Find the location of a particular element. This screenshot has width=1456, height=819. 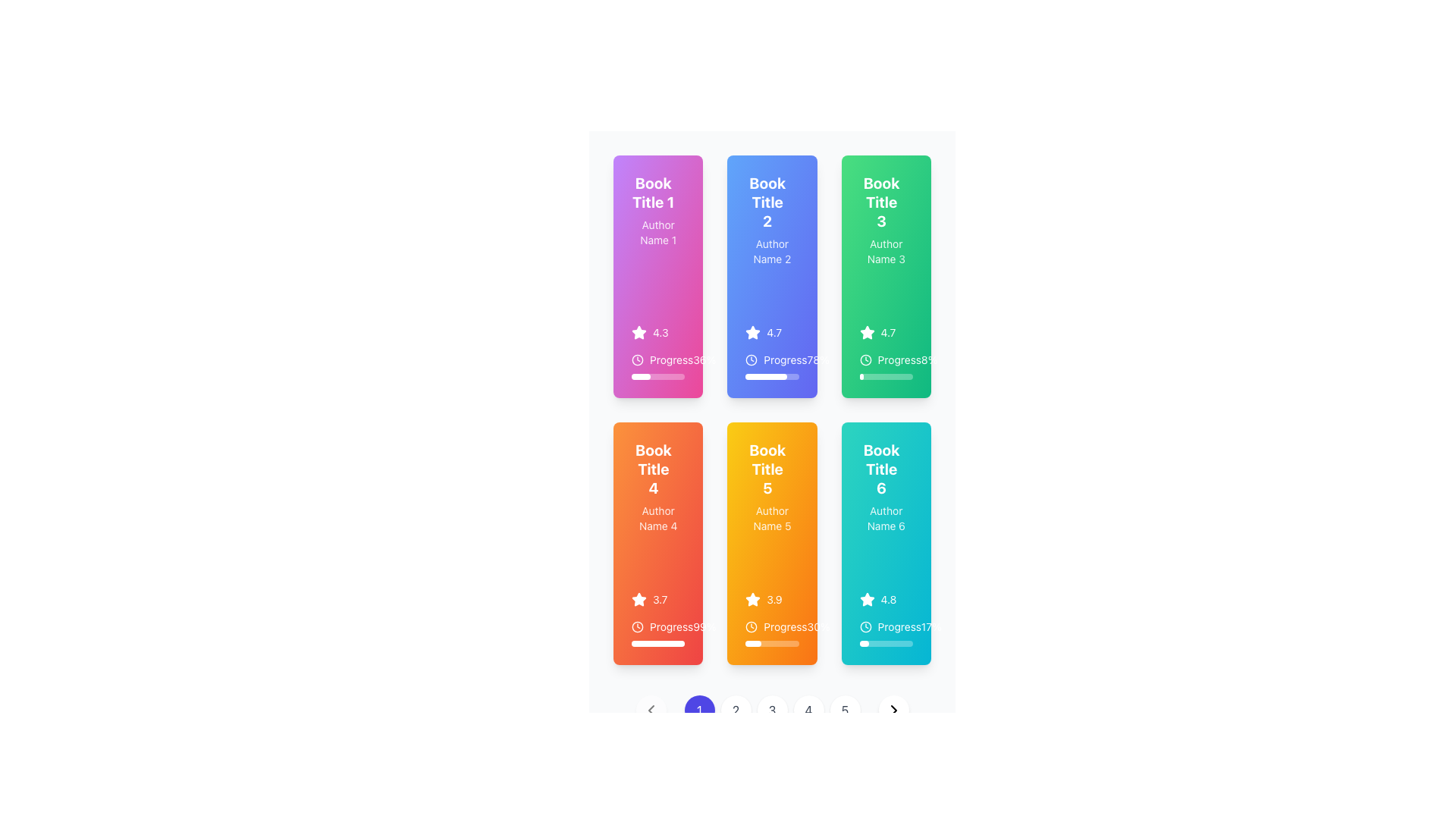

the small clock icon with circular outlines located to the left of the word 'Progress' in the card for 'Book Title 4' and 'Author Name 4' is located at coordinates (637, 626).